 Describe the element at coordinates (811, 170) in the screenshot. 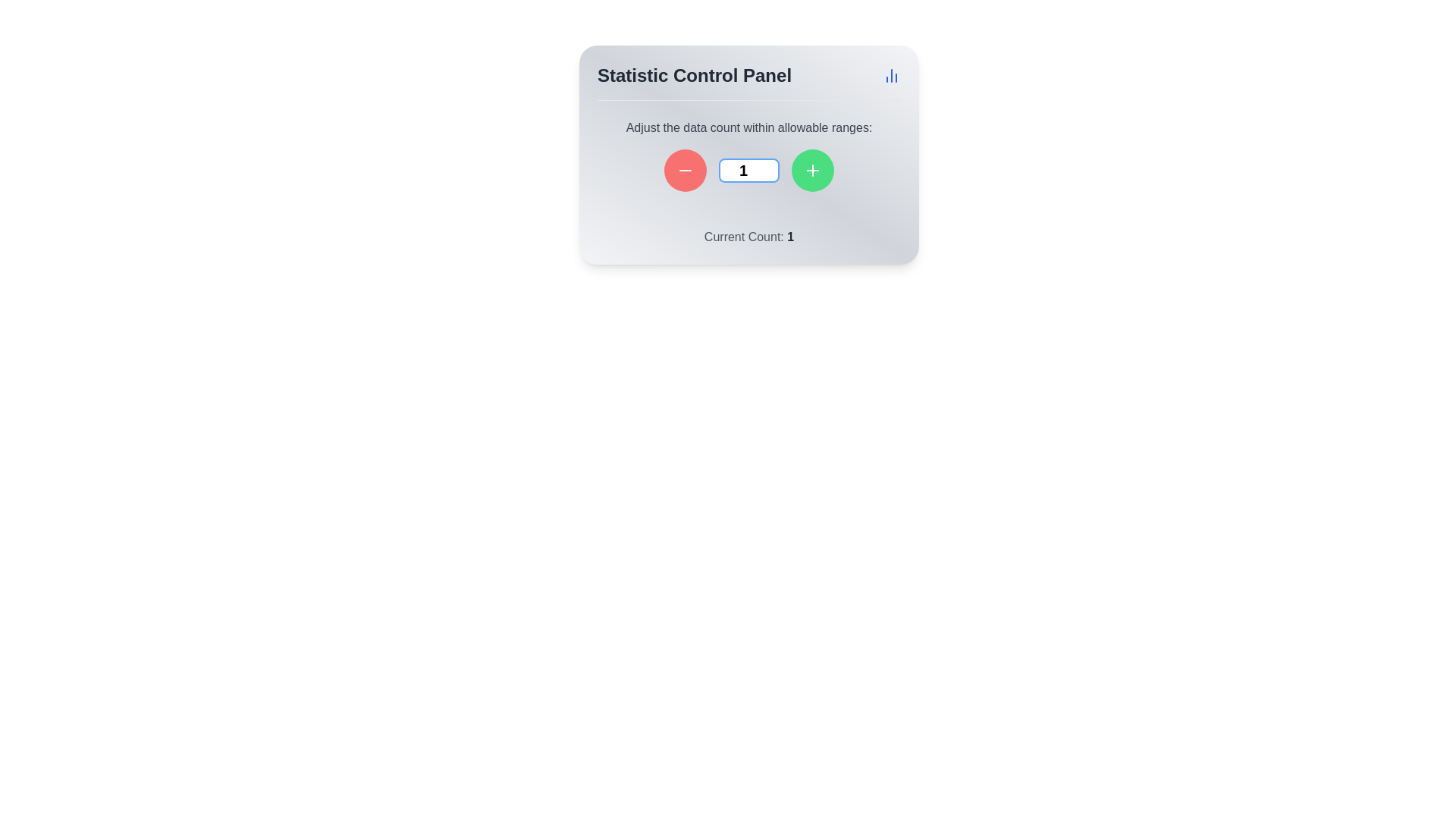

I see `the plus icon within the green circular button located to the right of the numeric input field labeled '1' in the Statistic Control Panel` at that location.